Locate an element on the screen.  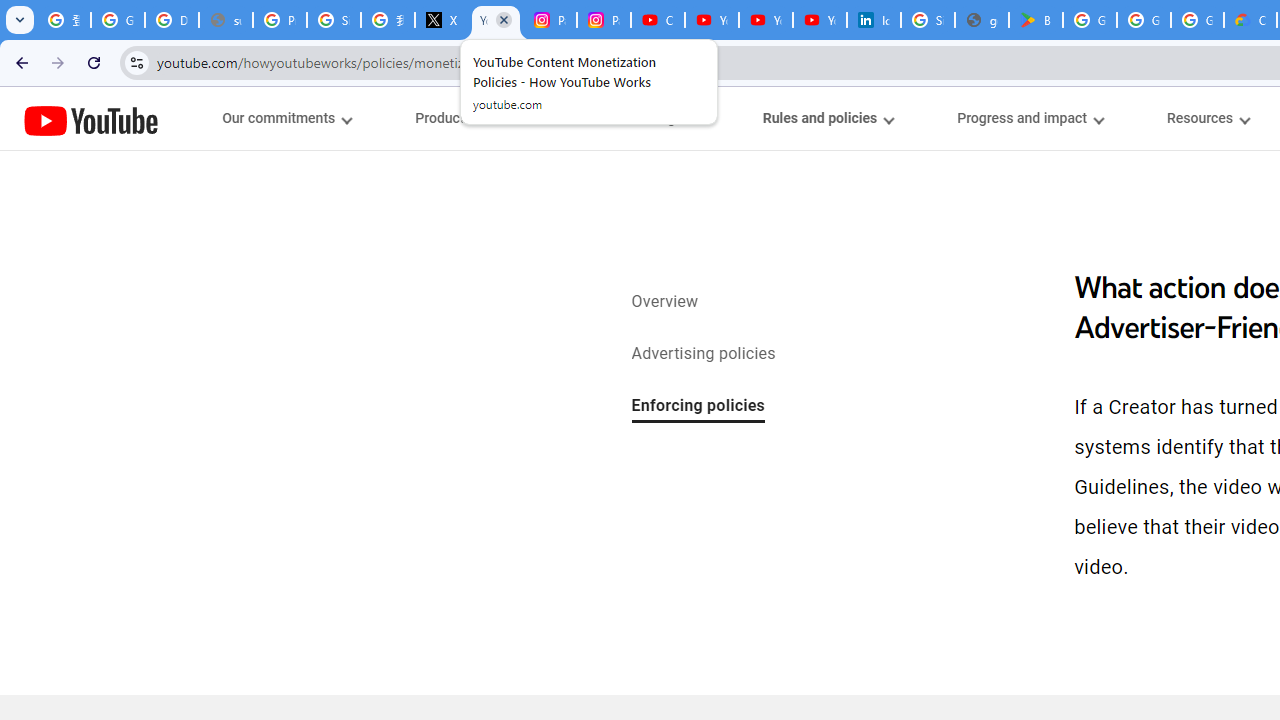
'support.google.com - Network error' is located at coordinates (225, 20).